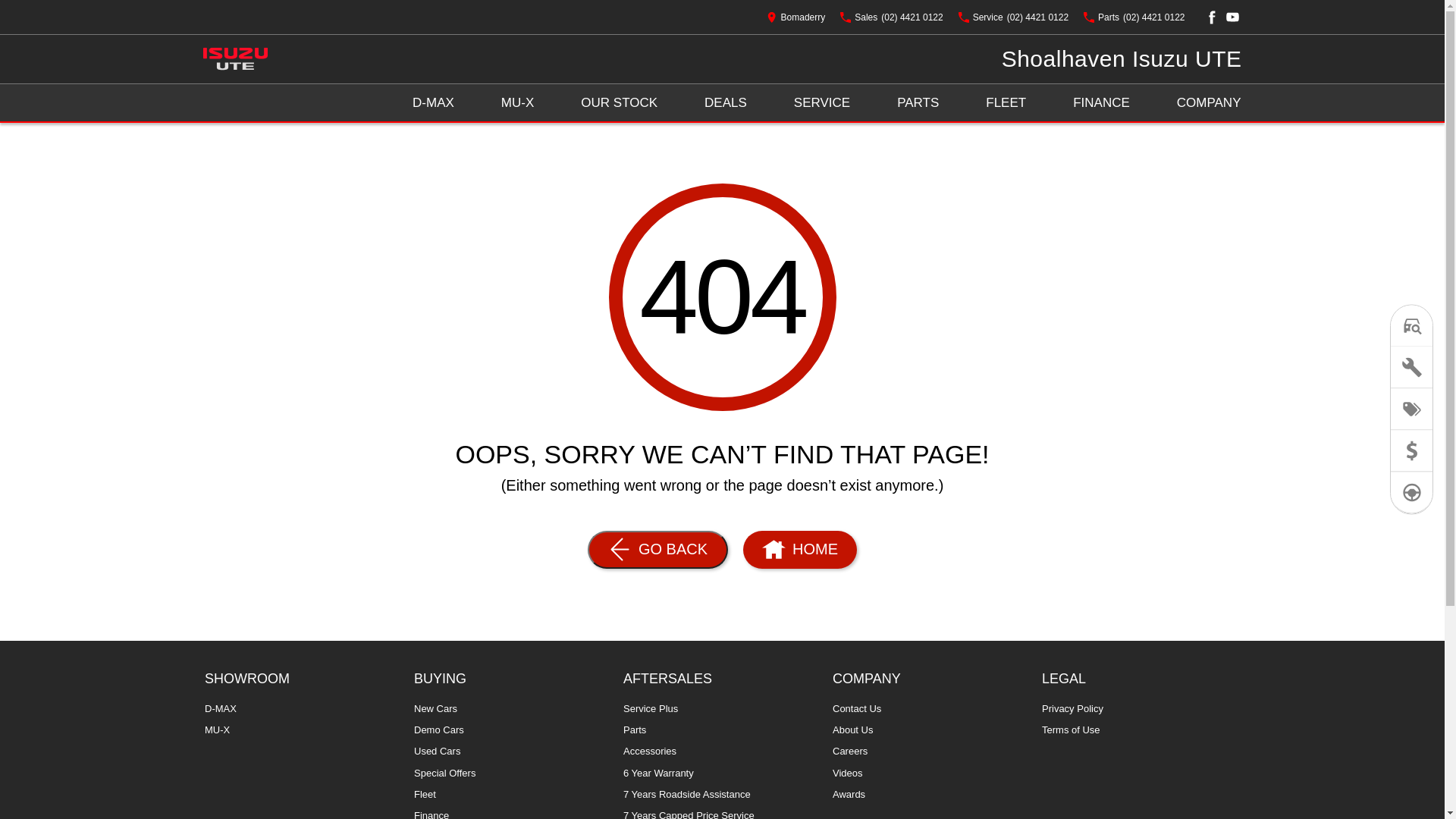 The image size is (1456, 819). What do you see at coordinates (891, 17) in the screenshot?
I see `'Sales` at bounding box center [891, 17].